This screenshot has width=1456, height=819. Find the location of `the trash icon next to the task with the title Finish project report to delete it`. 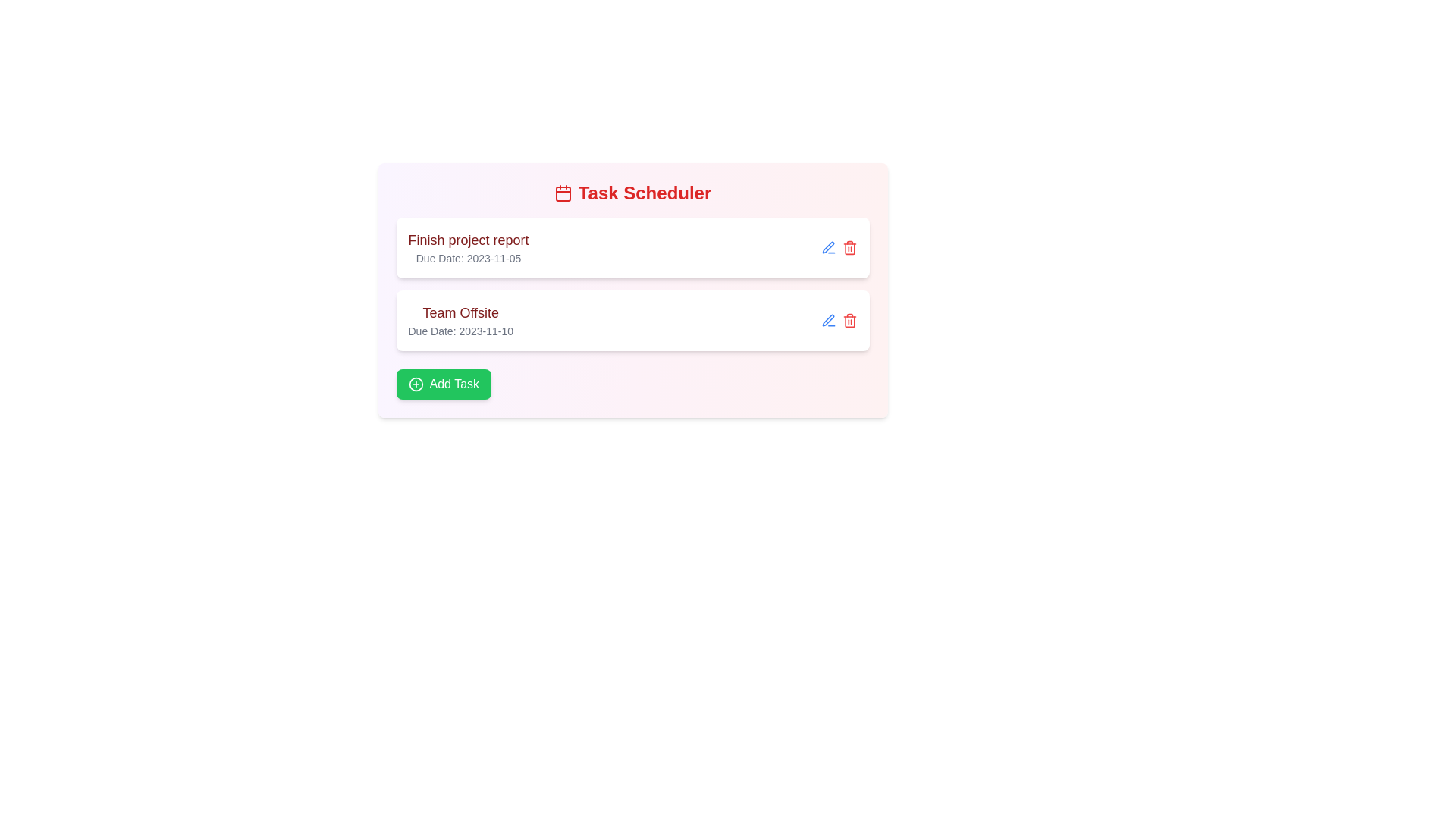

the trash icon next to the task with the title Finish project report to delete it is located at coordinates (849, 247).